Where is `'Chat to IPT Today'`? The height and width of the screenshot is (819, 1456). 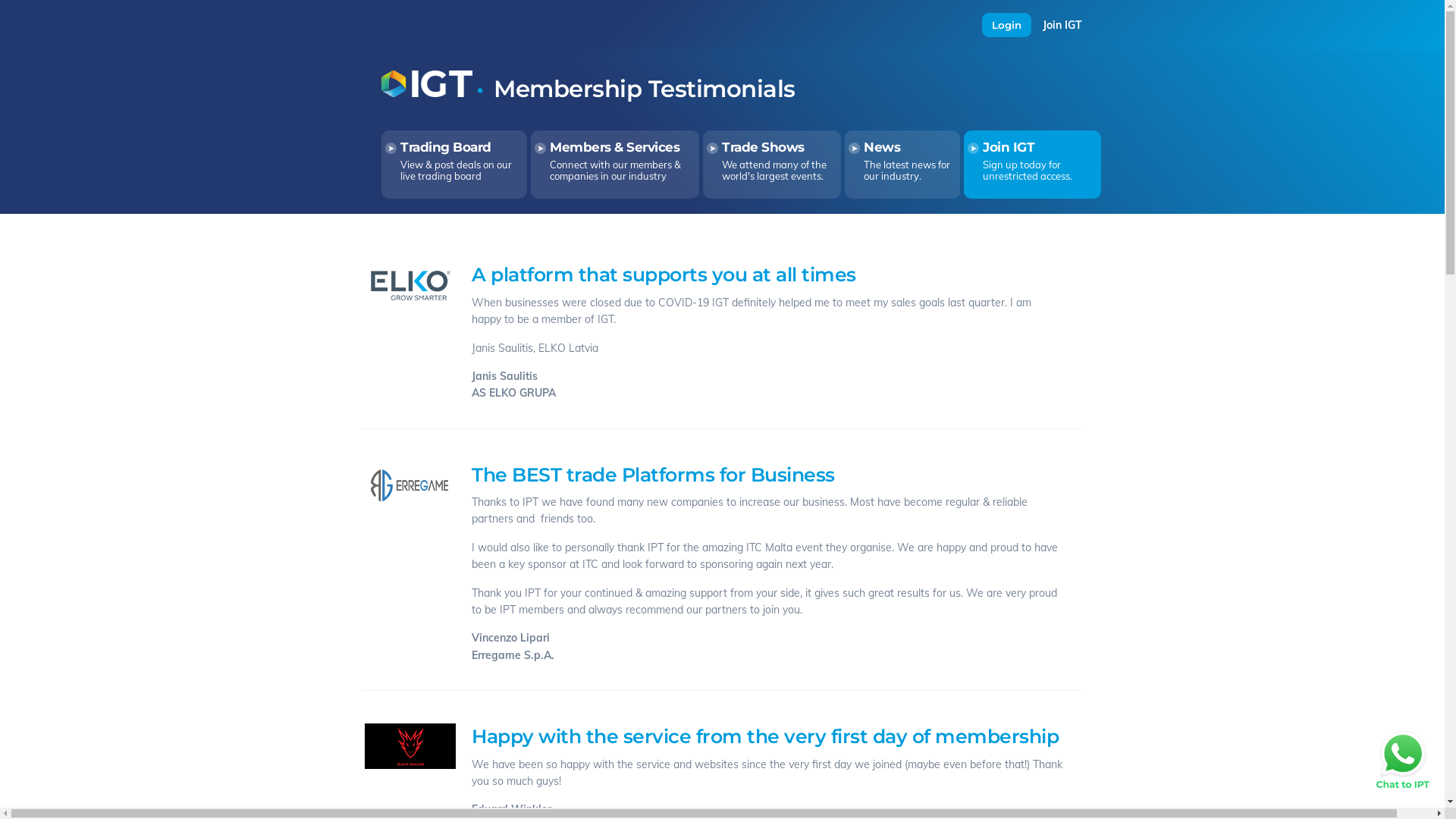
'Chat to IPT Today' is located at coordinates (1401, 760).